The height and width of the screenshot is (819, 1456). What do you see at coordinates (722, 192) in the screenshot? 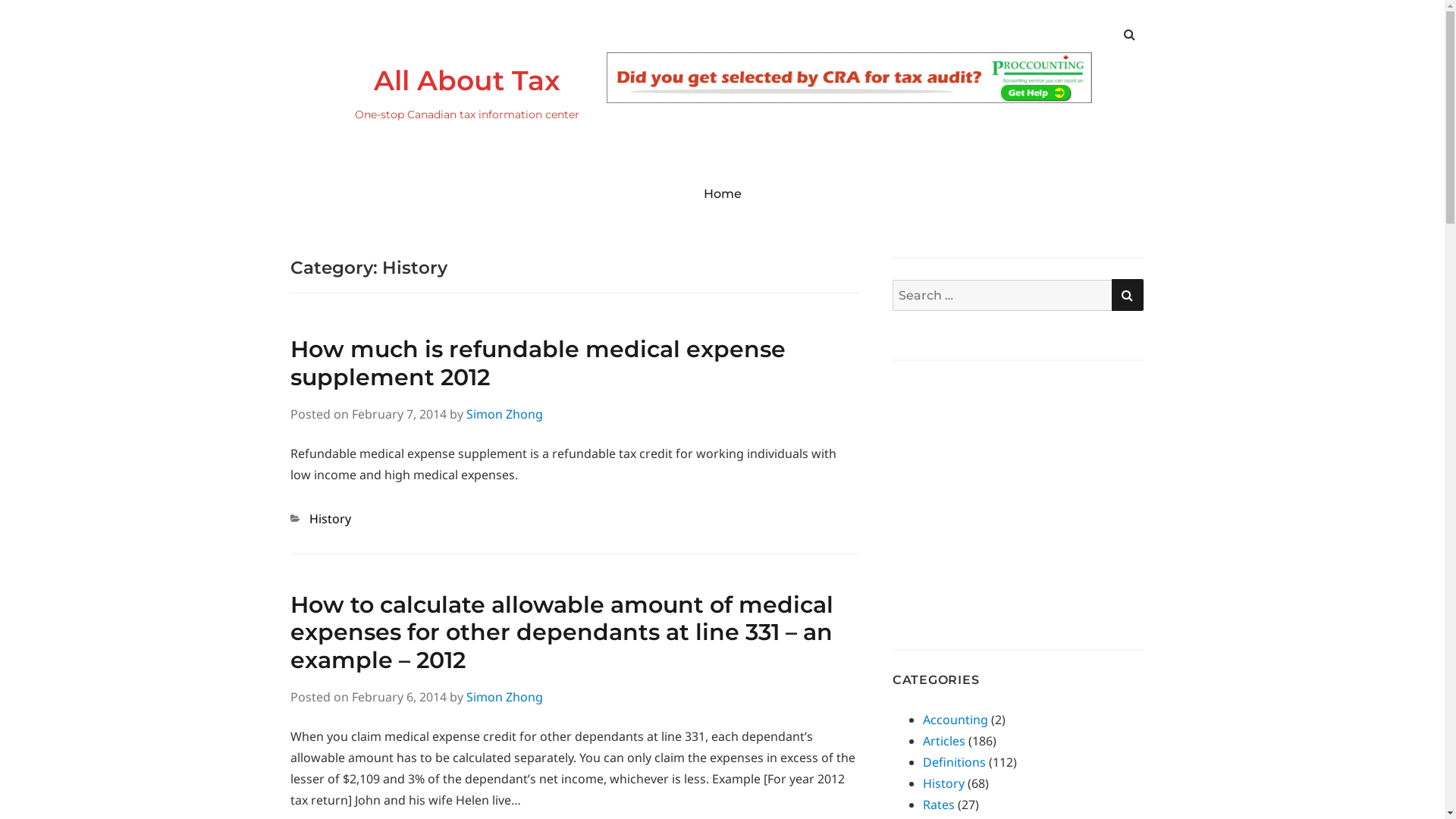
I see `'Home'` at bounding box center [722, 192].